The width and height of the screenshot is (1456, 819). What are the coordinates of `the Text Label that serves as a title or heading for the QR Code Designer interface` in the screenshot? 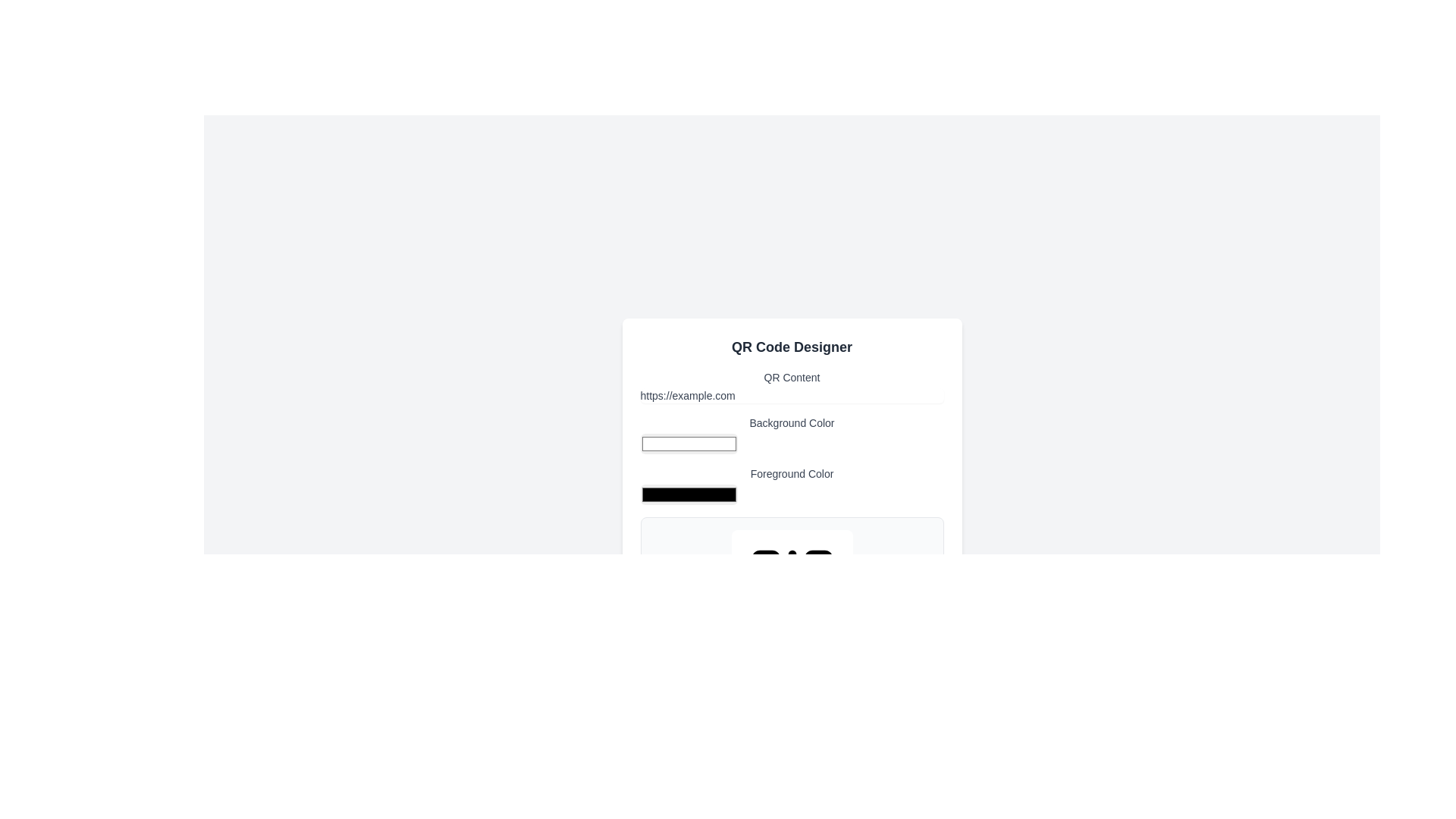 It's located at (791, 347).